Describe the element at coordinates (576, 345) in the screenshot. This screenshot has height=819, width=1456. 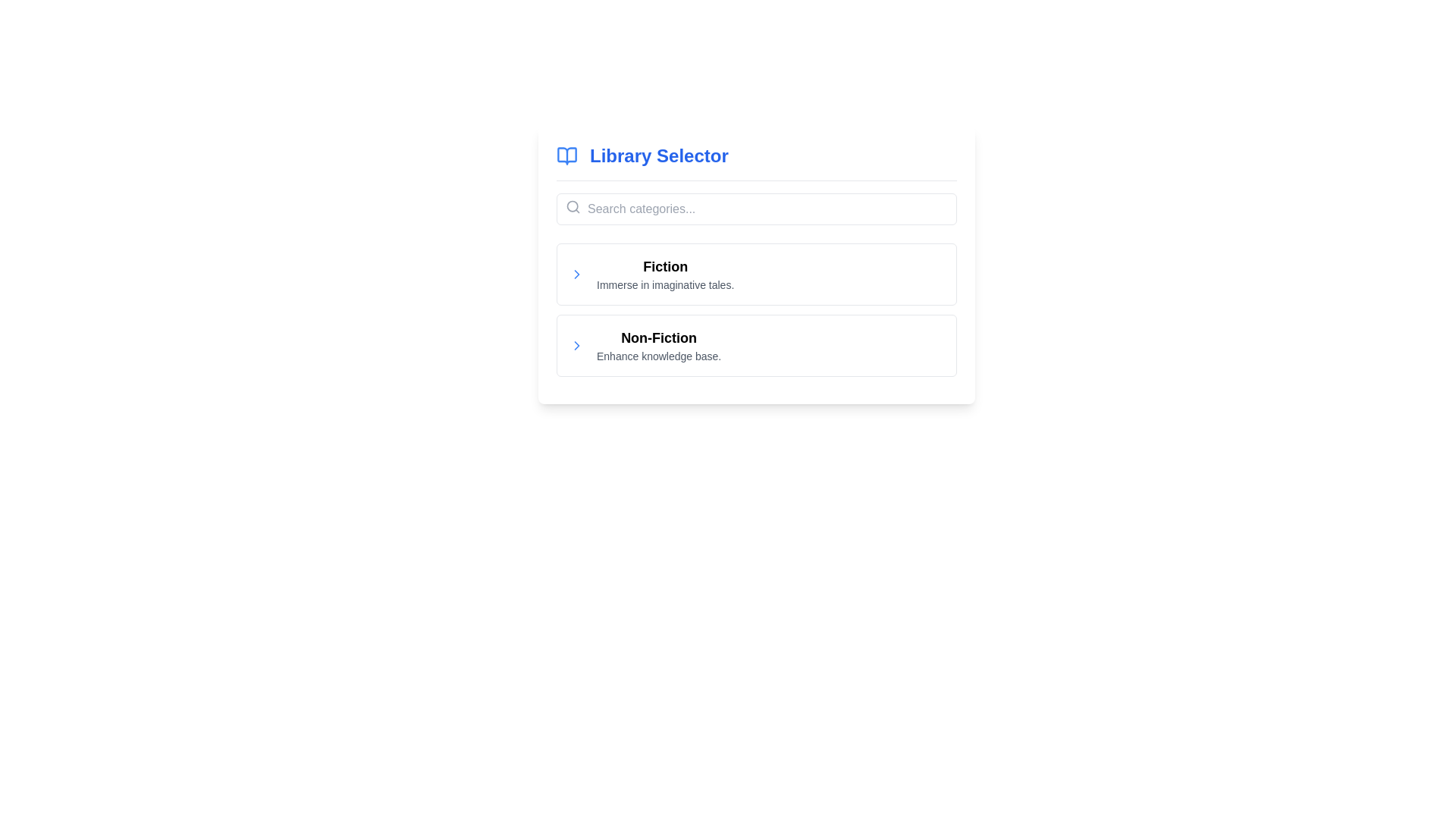
I see `the chevron icon on the left of the 'Non-Fiction' row` at that location.